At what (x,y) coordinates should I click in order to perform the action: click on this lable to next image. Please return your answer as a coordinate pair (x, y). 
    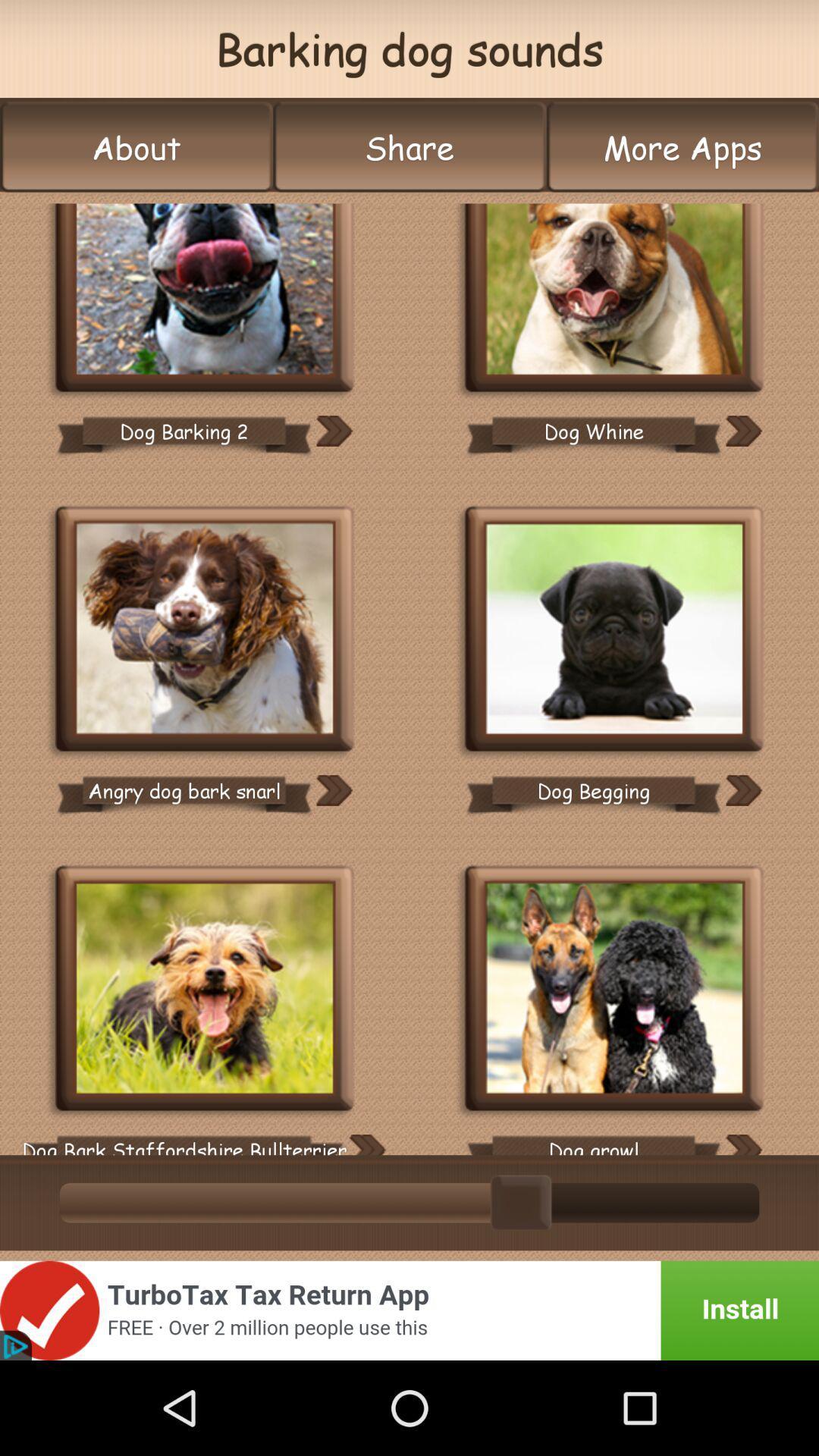
    Looking at the image, I should click on (333, 430).